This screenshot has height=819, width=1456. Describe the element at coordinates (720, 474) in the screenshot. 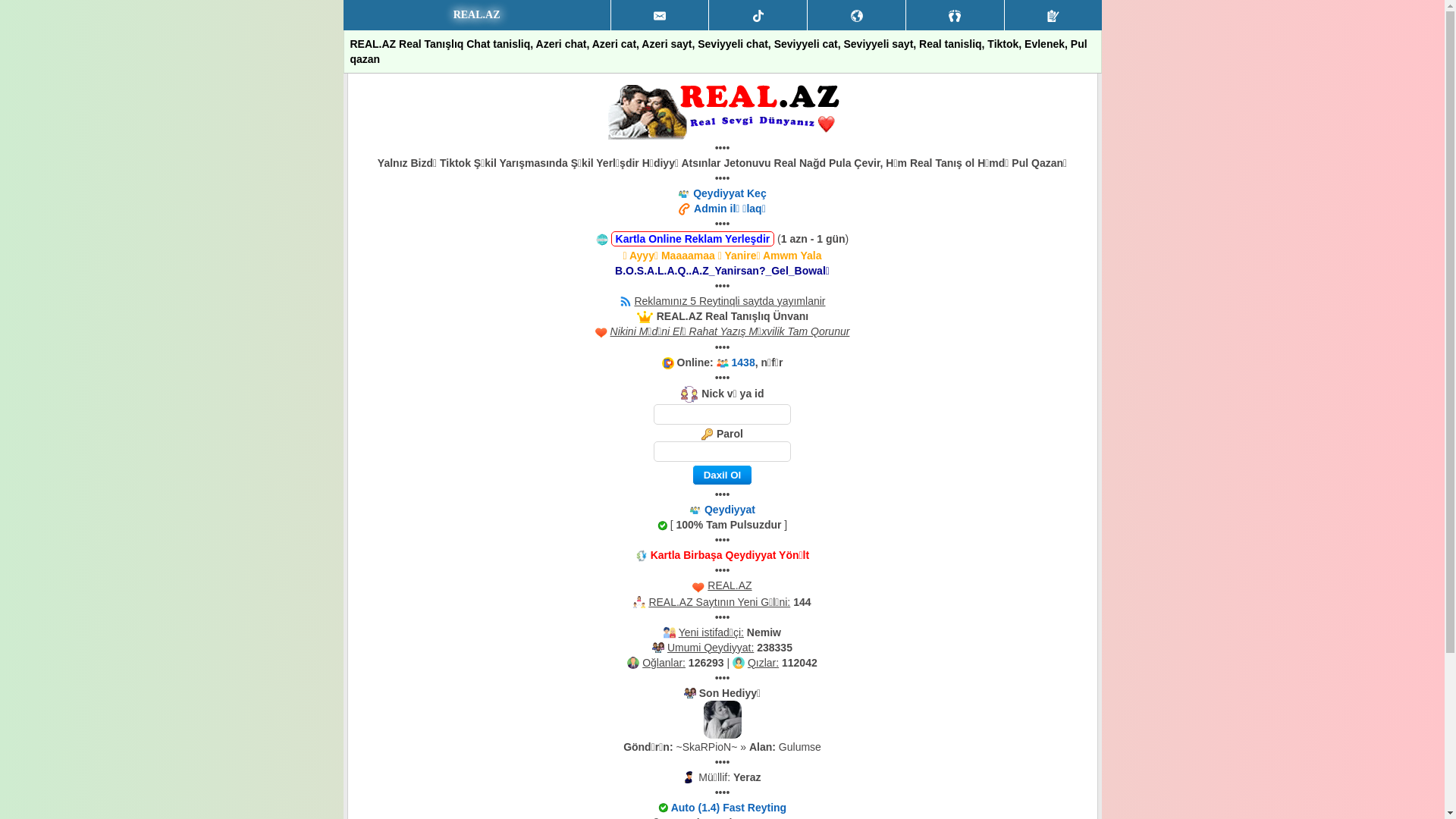

I see `'Daxil Ol'` at that location.